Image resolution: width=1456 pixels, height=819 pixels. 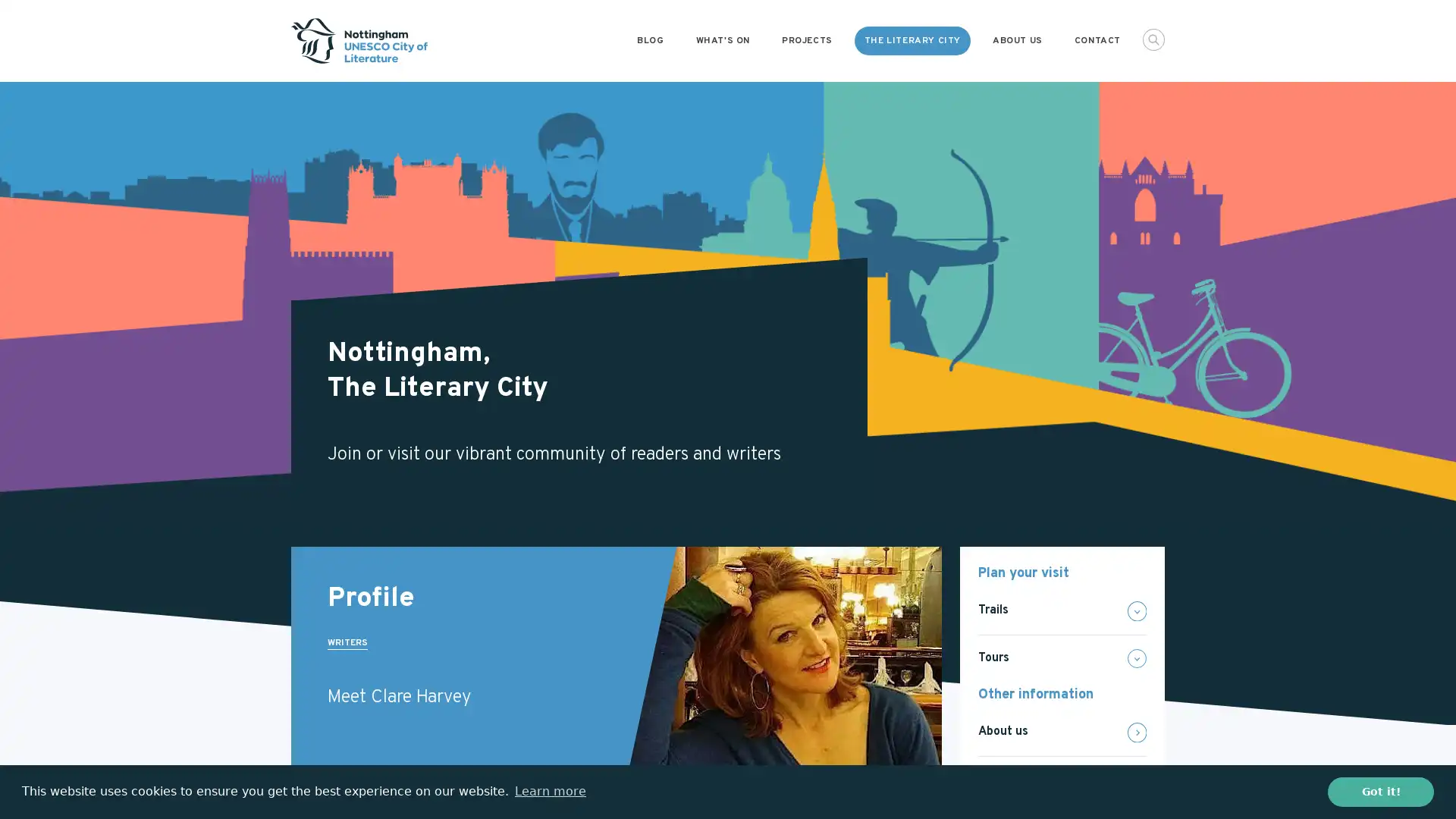 I want to click on learn more about cookies, so click(x=549, y=791).